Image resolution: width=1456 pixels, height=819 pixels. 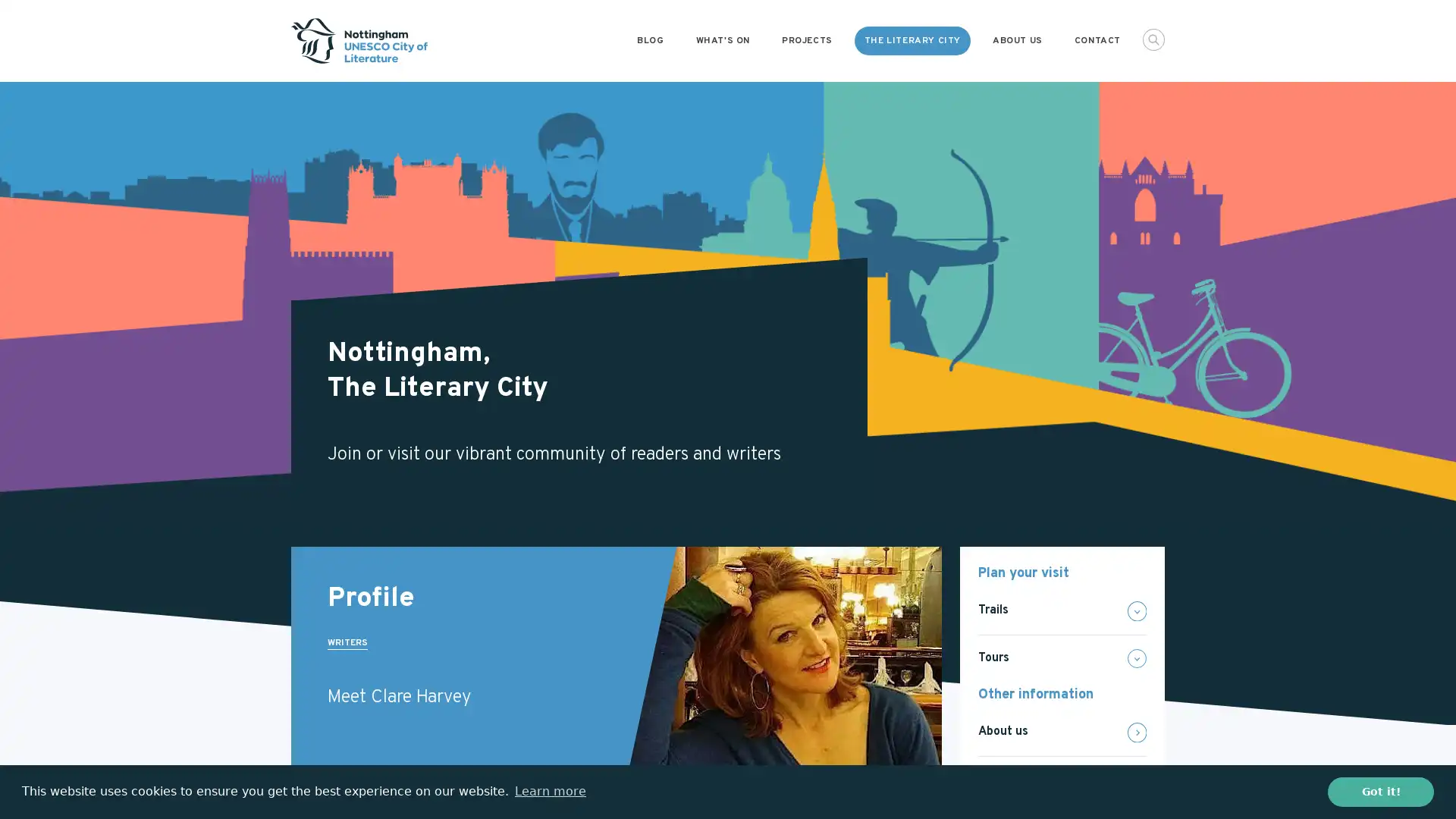 I want to click on learn more about cookies, so click(x=549, y=791).